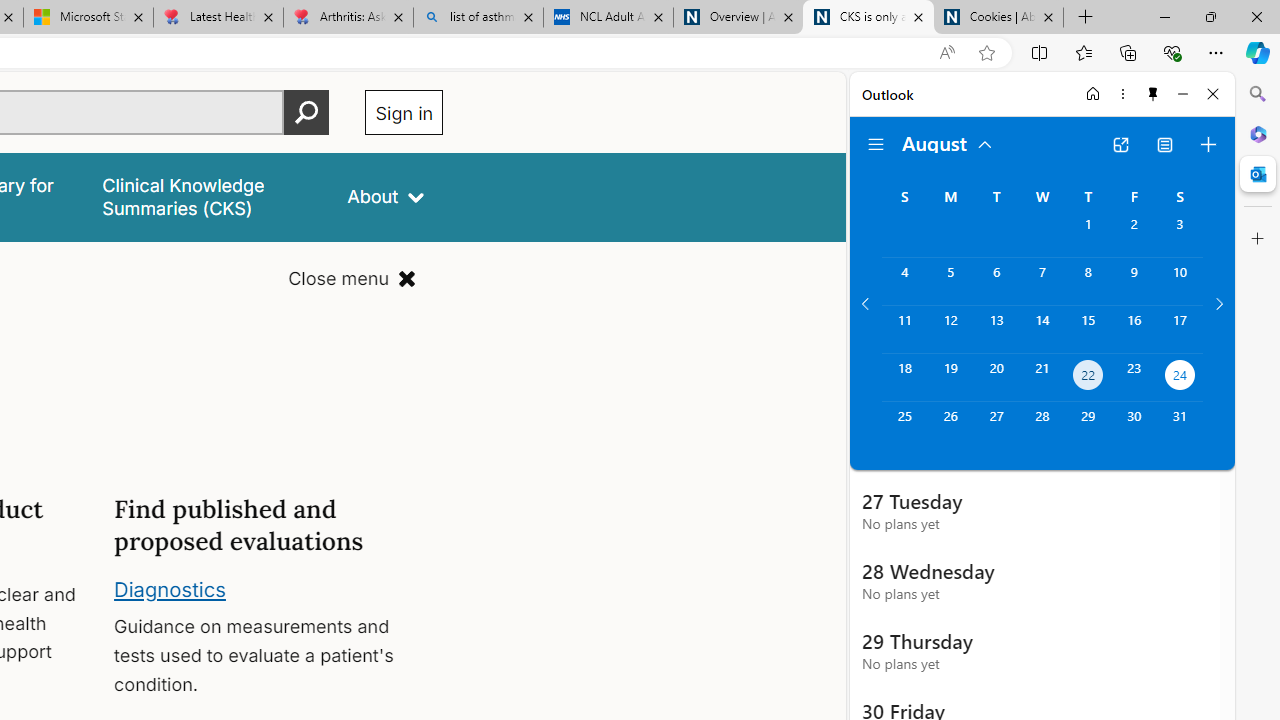  What do you see at coordinates (868, 17) in the screenshot?
I see `'CKS is only available in the UK | NICE'` at bounding box center [868, 17].